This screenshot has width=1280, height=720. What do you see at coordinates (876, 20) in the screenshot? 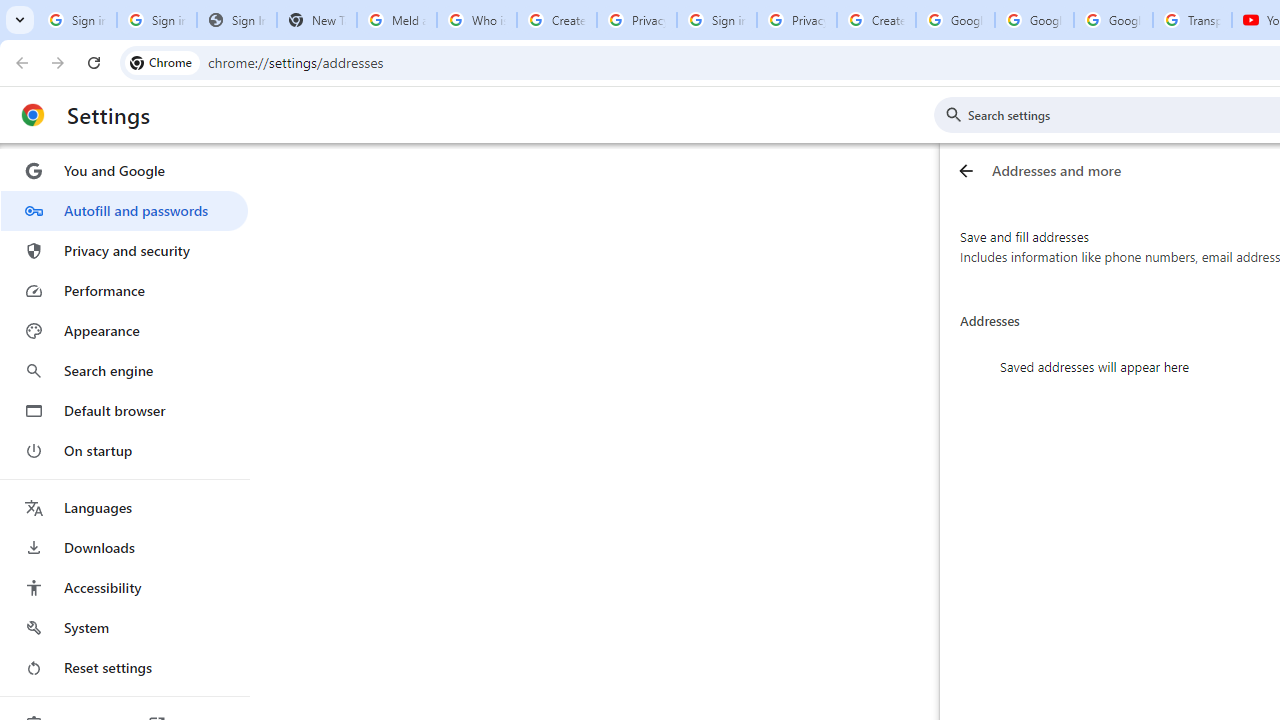
I see `'Create your Google Account'` at bounding box center [876, 20].